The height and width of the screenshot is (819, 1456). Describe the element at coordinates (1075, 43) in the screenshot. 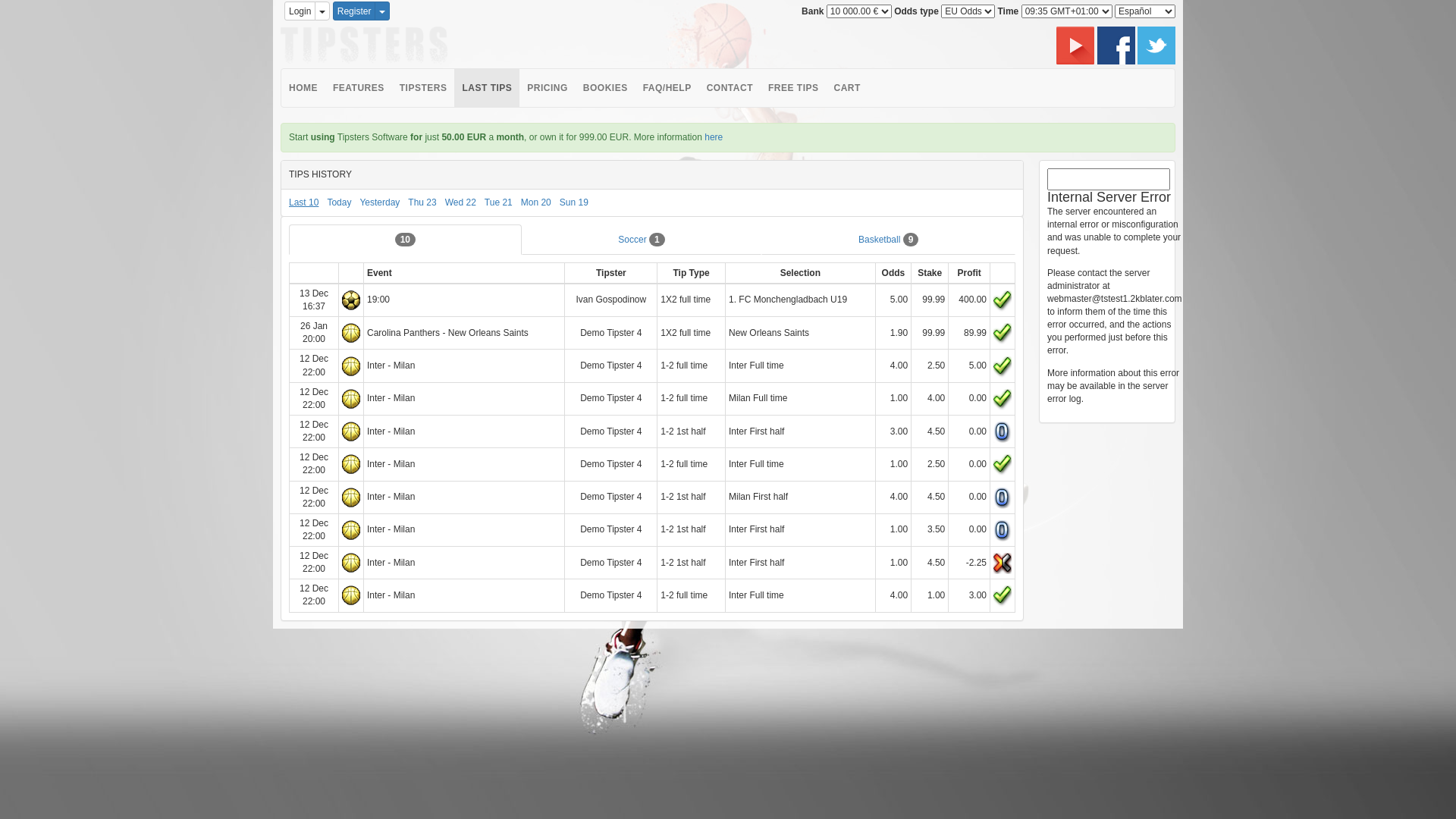

I see `' on YouTube'` at that location.